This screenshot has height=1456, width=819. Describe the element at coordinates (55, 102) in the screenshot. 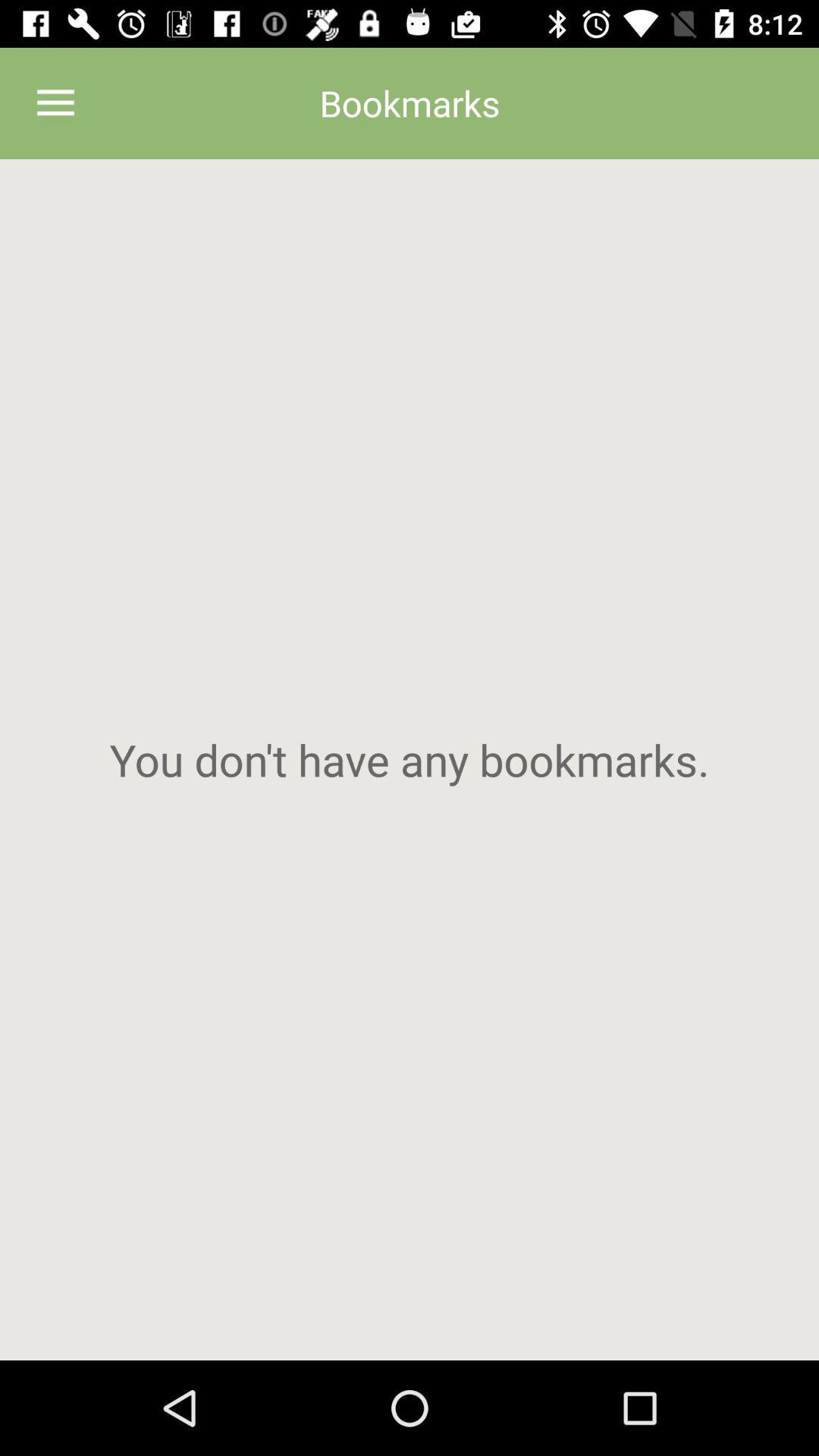

I see `the item at the top left corner` at that location.